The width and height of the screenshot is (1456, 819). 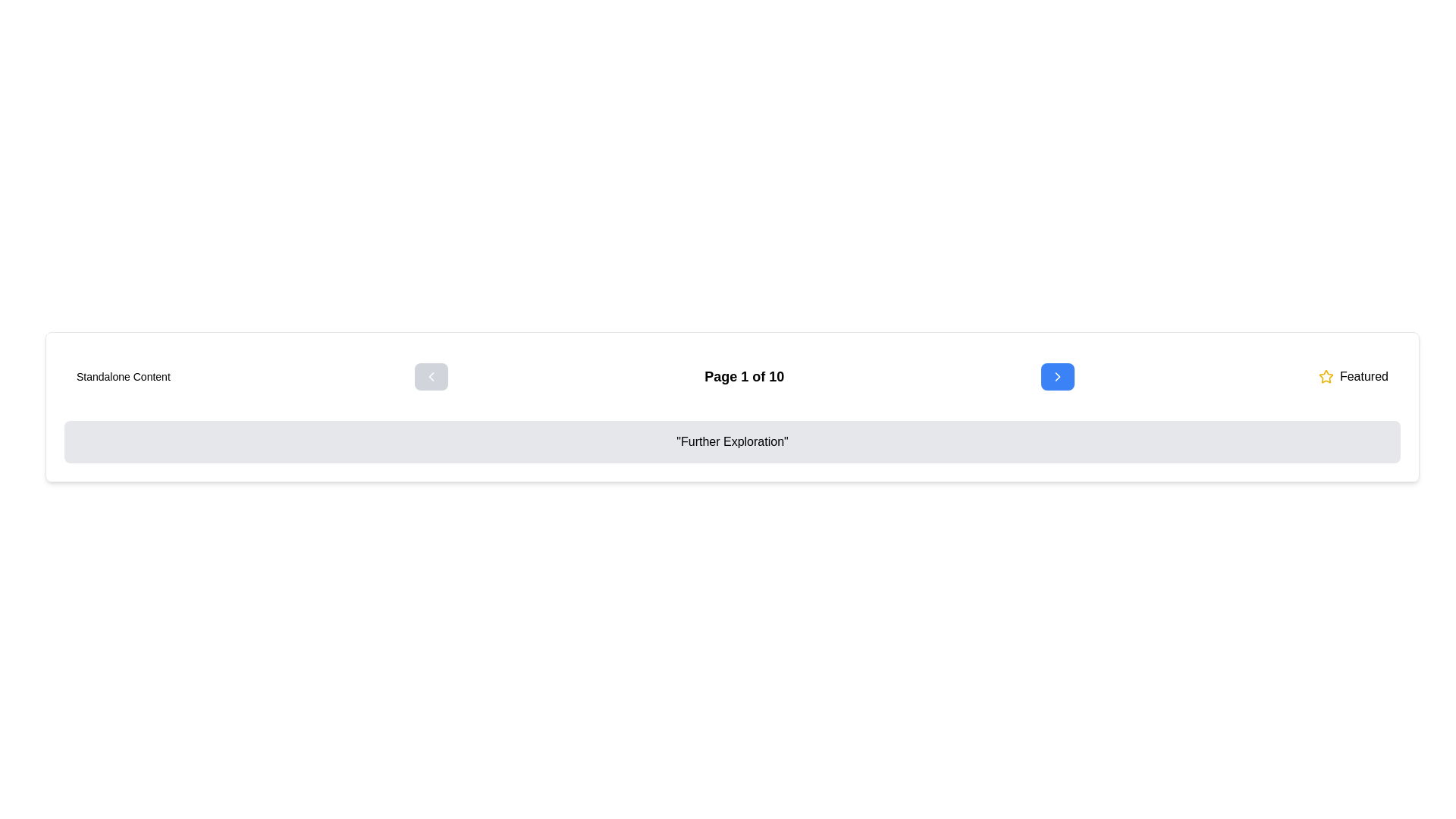 What do you see at coordinates (1325, 376) in the screenshot?
I see `the star icon that indicates 'Featured' items, located towards the upper right corner of the interface` at bounding box center [1325, 376].